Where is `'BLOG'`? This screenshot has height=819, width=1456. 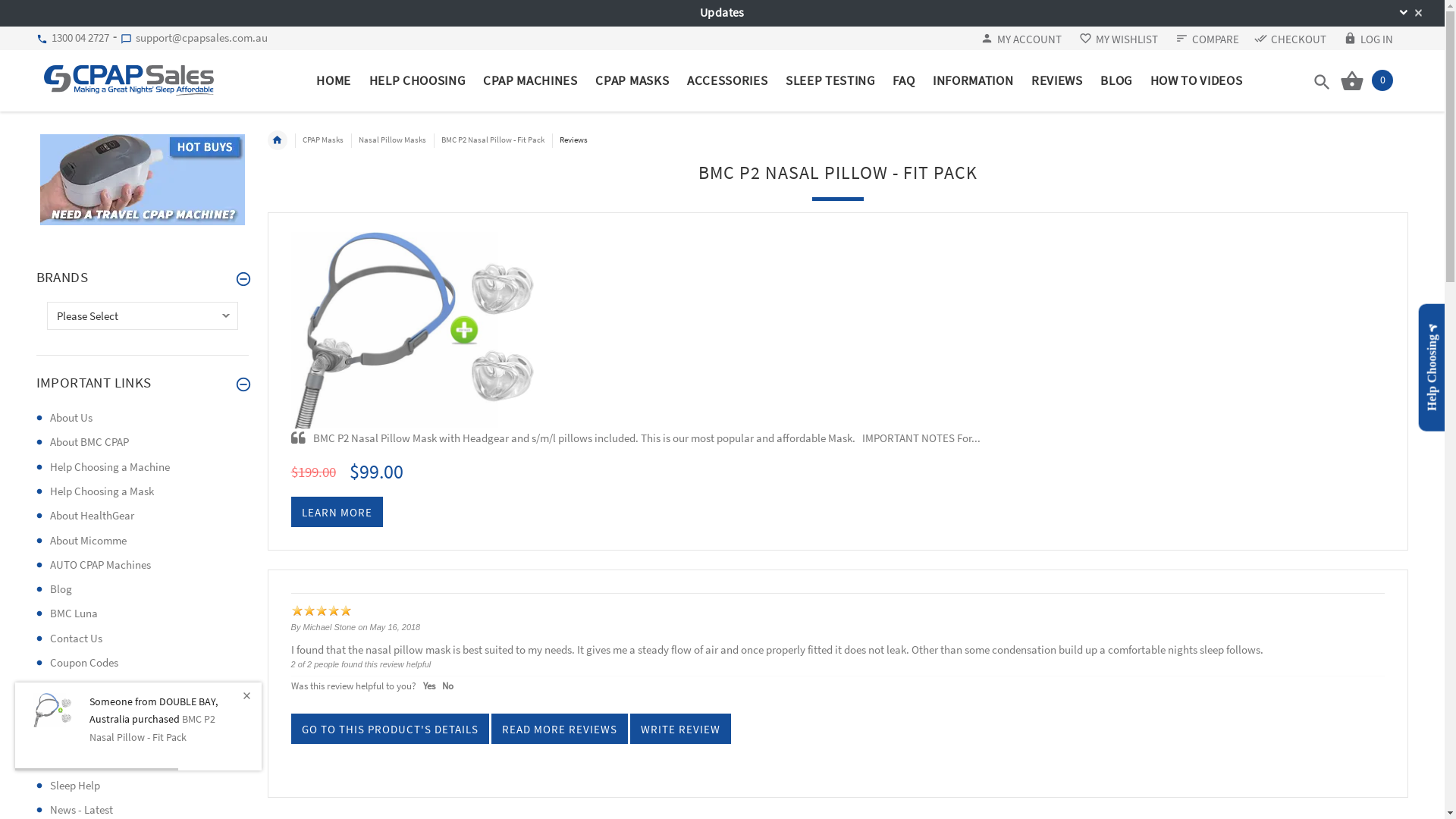
'BLOG' is located at coordinates (1116, 80).